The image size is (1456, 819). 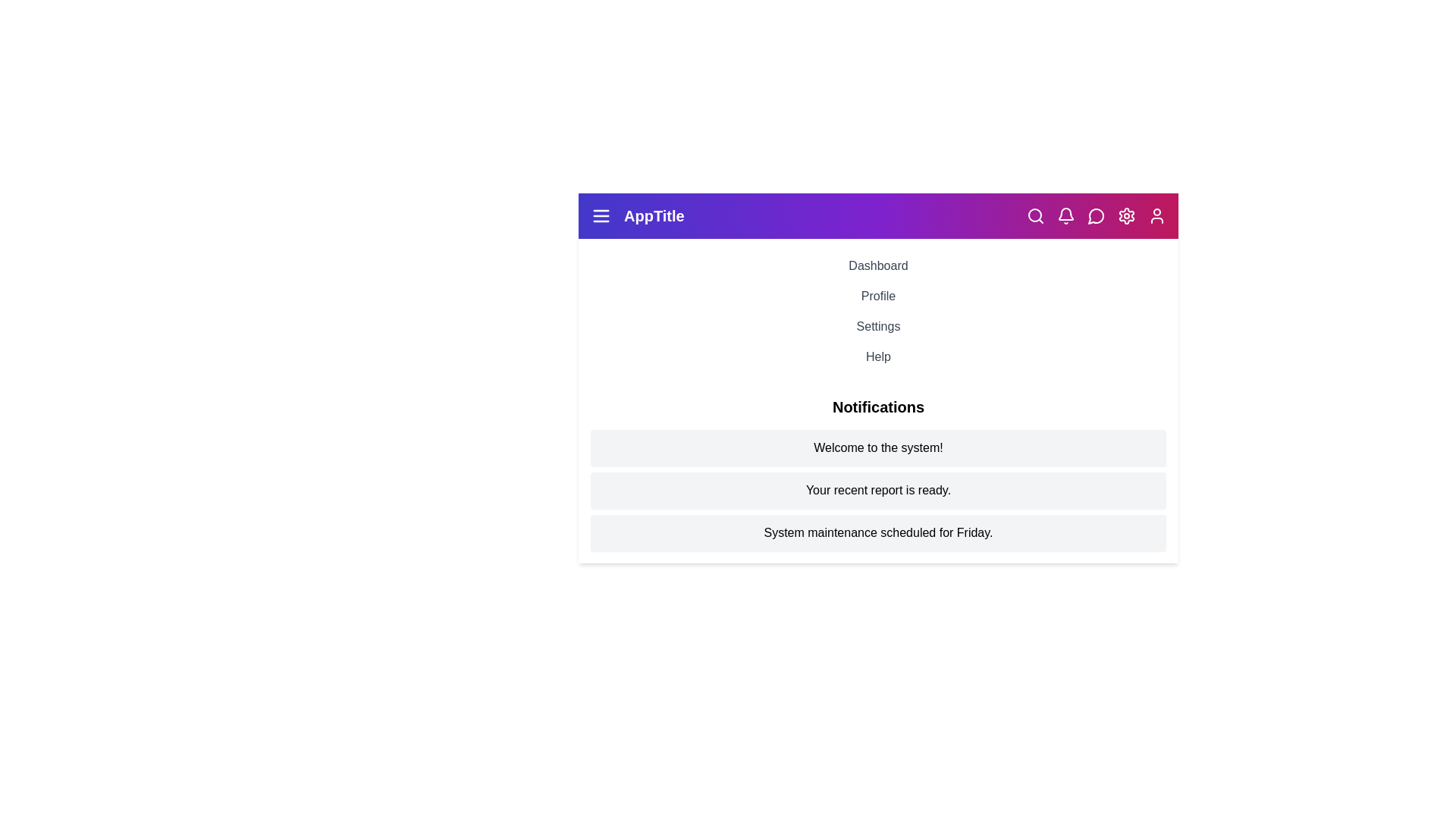 What do you see at coordinates (878, 265) in the screenshot?
I see `the navigation link Dashboard in the menu` at bounding box center [878, 265].